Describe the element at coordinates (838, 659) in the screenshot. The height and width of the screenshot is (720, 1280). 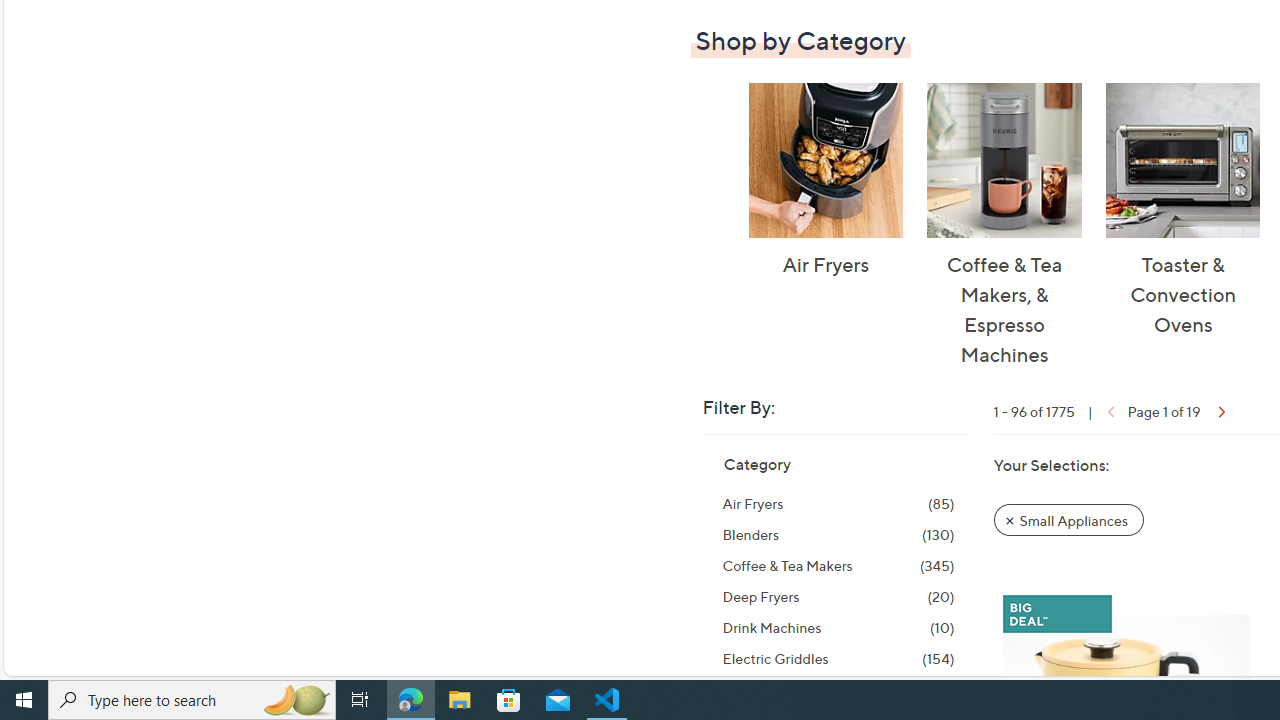
I see `'Electric Griddles, 154 items'` at that location.